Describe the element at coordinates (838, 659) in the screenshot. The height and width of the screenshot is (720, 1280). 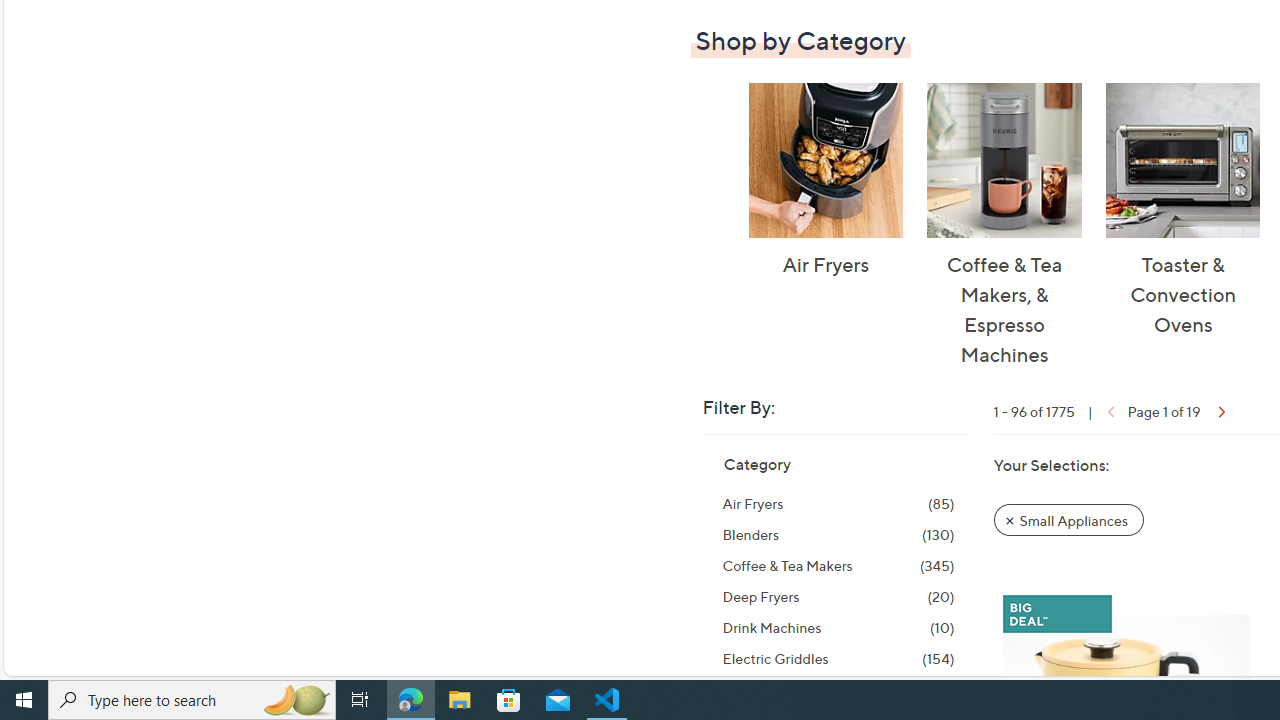
I see `'Electric Griddles, 154 items'` at that location.